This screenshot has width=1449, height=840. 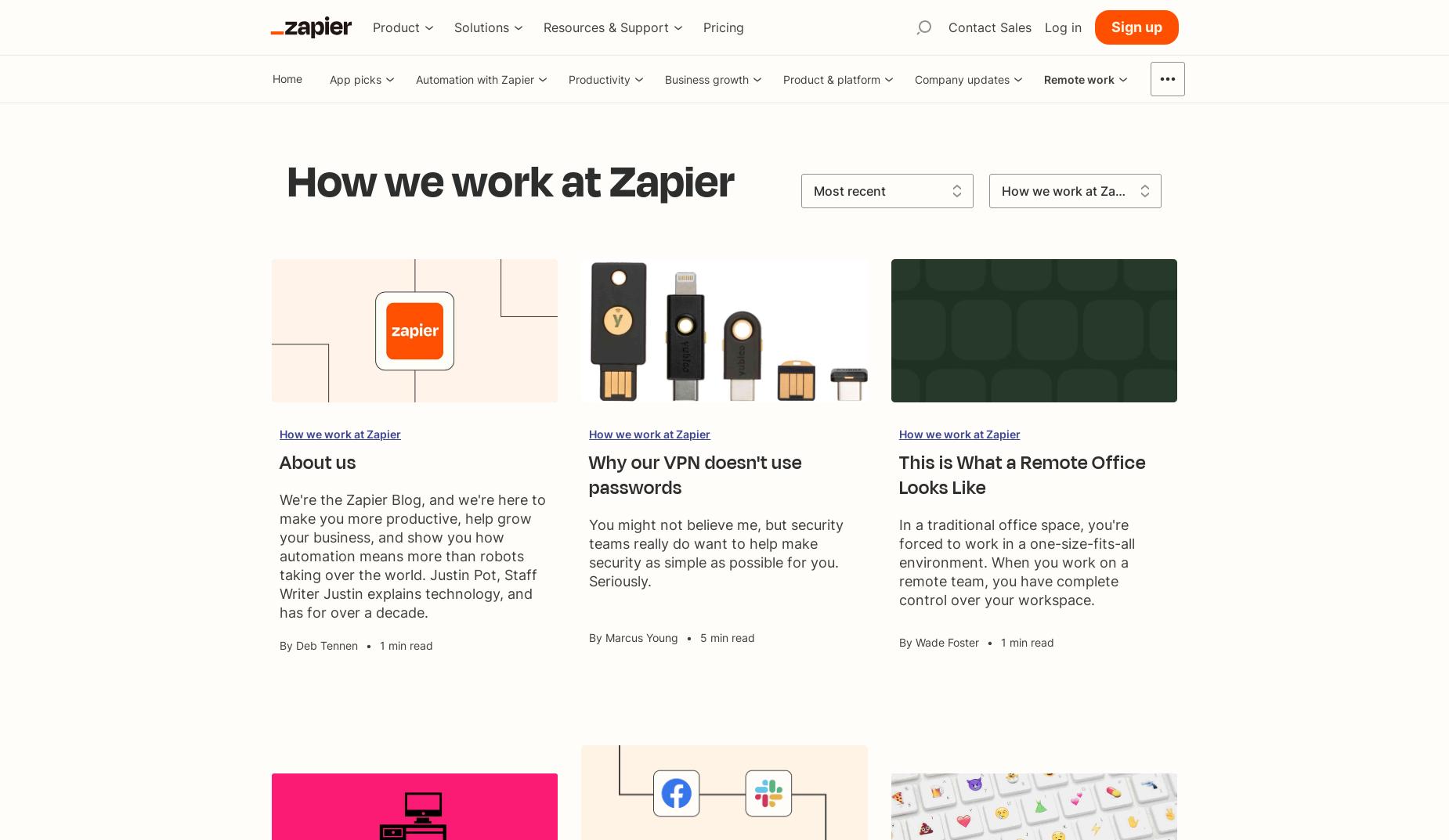 What do you see at coordinates (605, 637) in the screenshot?
I see `'Marcus Young'` at bounding box center [605, 637].